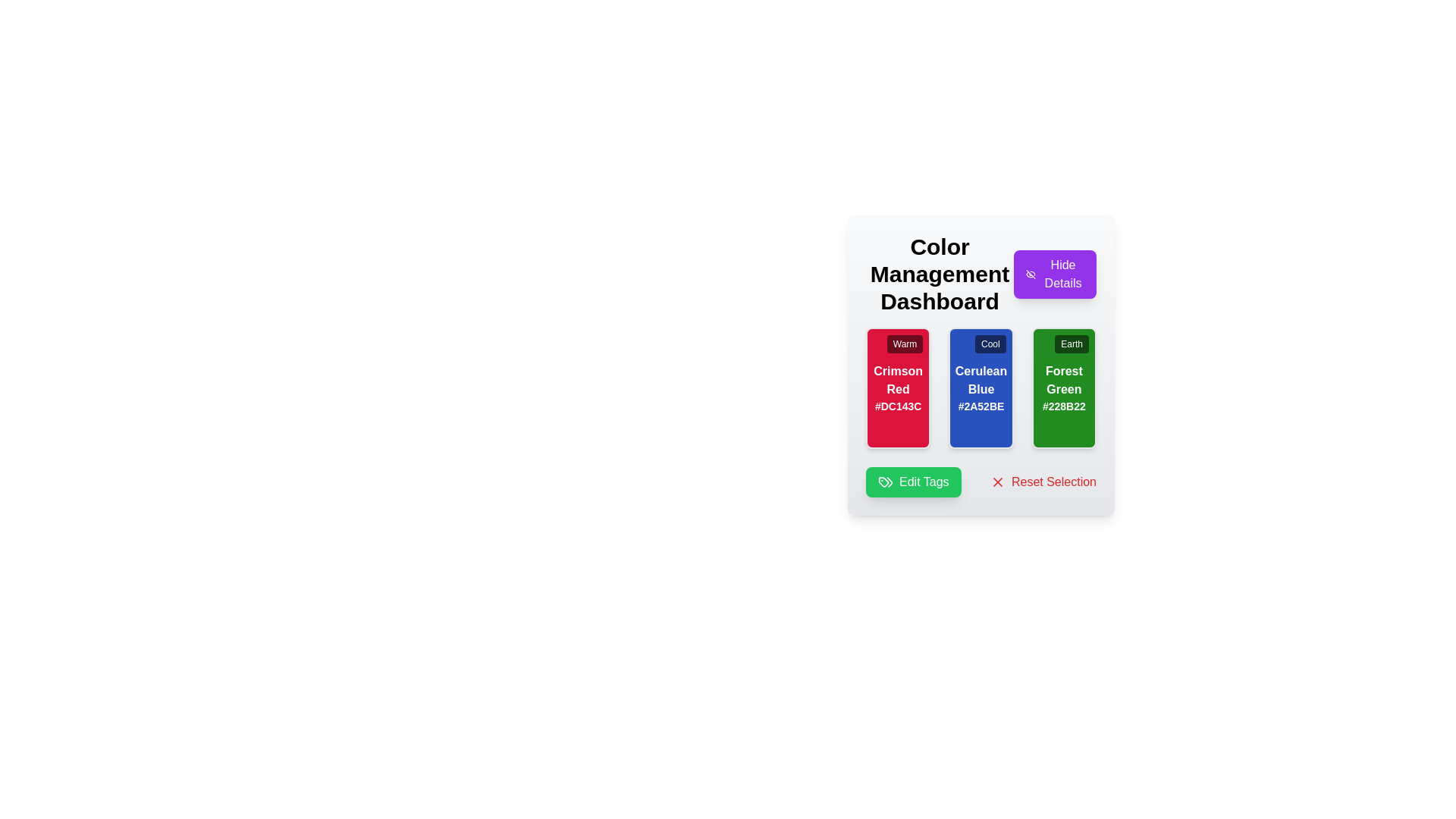  What do you see at coordinates (885, 482) in the screenshot?
I see `the green tag icon located to the left side of the 'Edit Tags' button in the bottom left corner of the control panel` at bounding box center [885, 482].